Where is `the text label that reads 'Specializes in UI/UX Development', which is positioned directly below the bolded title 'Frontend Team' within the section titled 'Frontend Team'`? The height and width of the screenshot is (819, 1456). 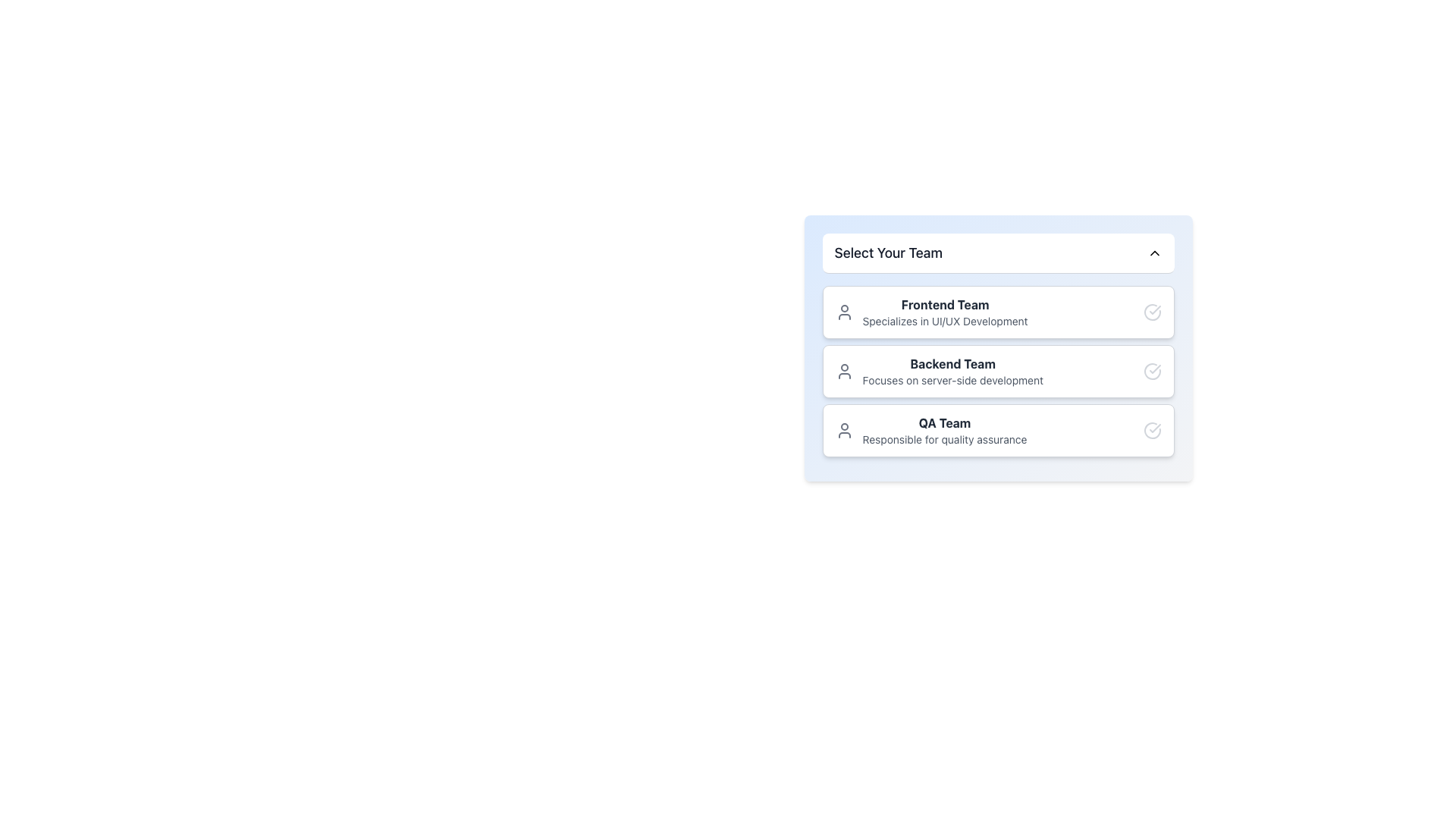
the text label that reads 'Specializes in UI/UX Development', which is positioned directly below the bolded title 'Frontend Team' within the section titled 'Frontend Team' is located at coordinates (944, 321).